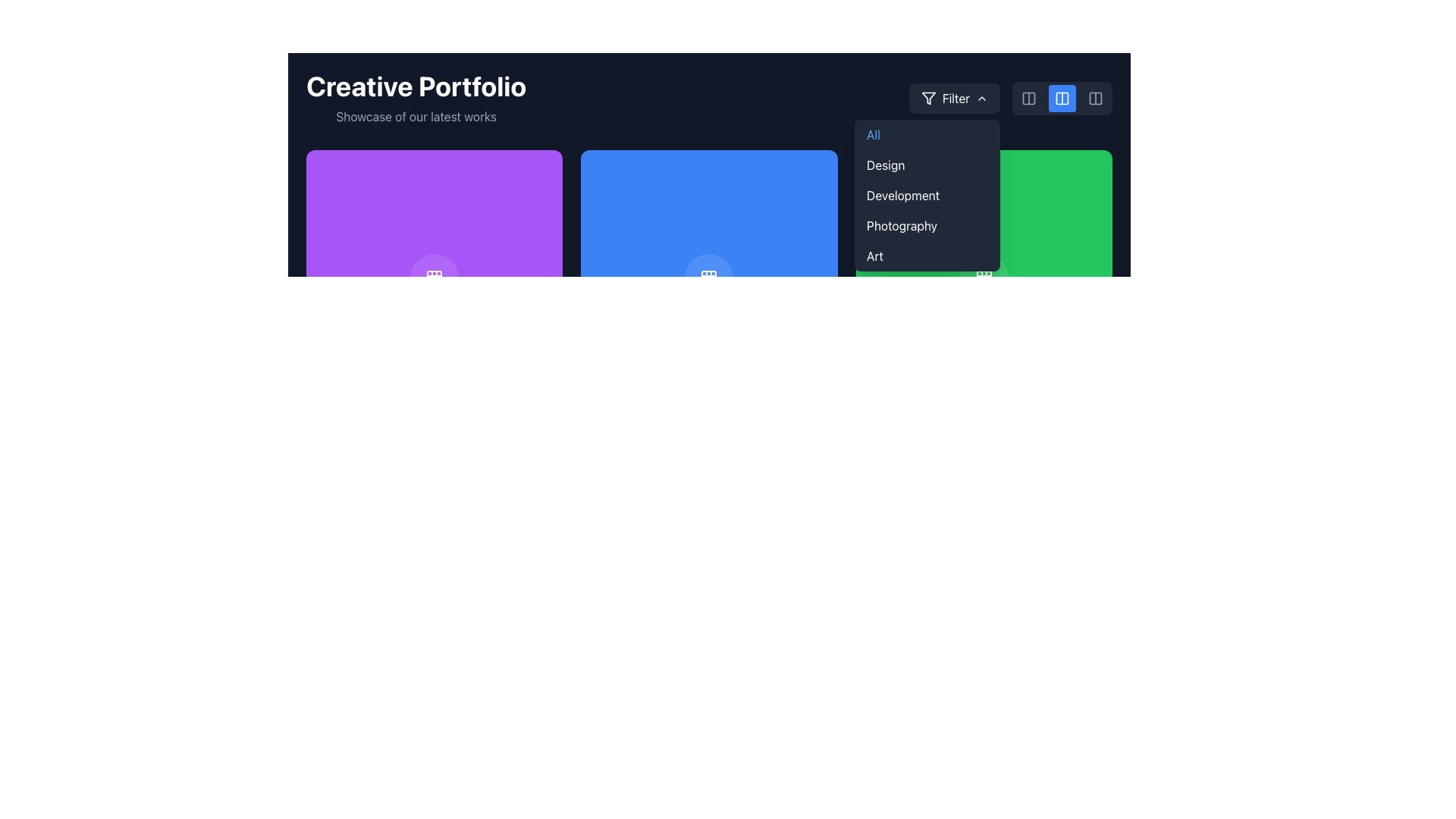 This screenshot has height=819, width=1456. Describe the element at coordinates (927, 195) in the screenshot. I see `the 'Development' menu item in the dropdown` at that location.